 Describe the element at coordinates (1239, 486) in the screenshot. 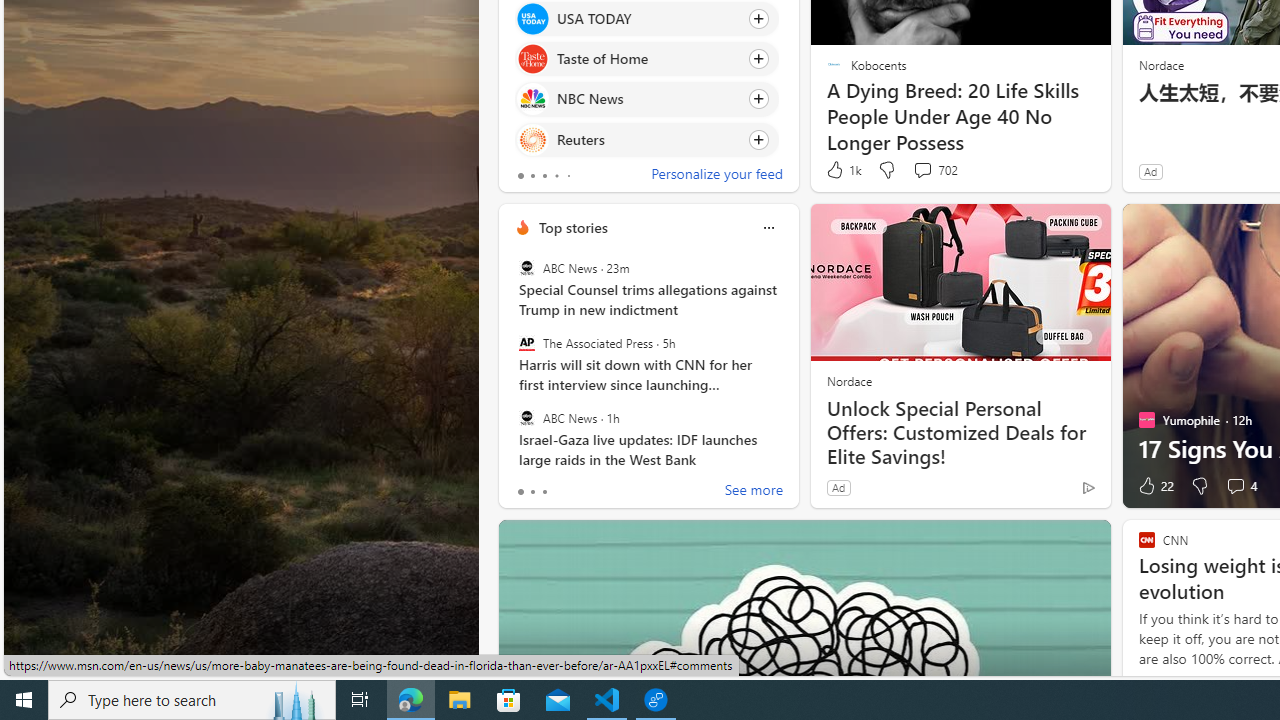

I see `'View comments 4 Comment'` at that location.